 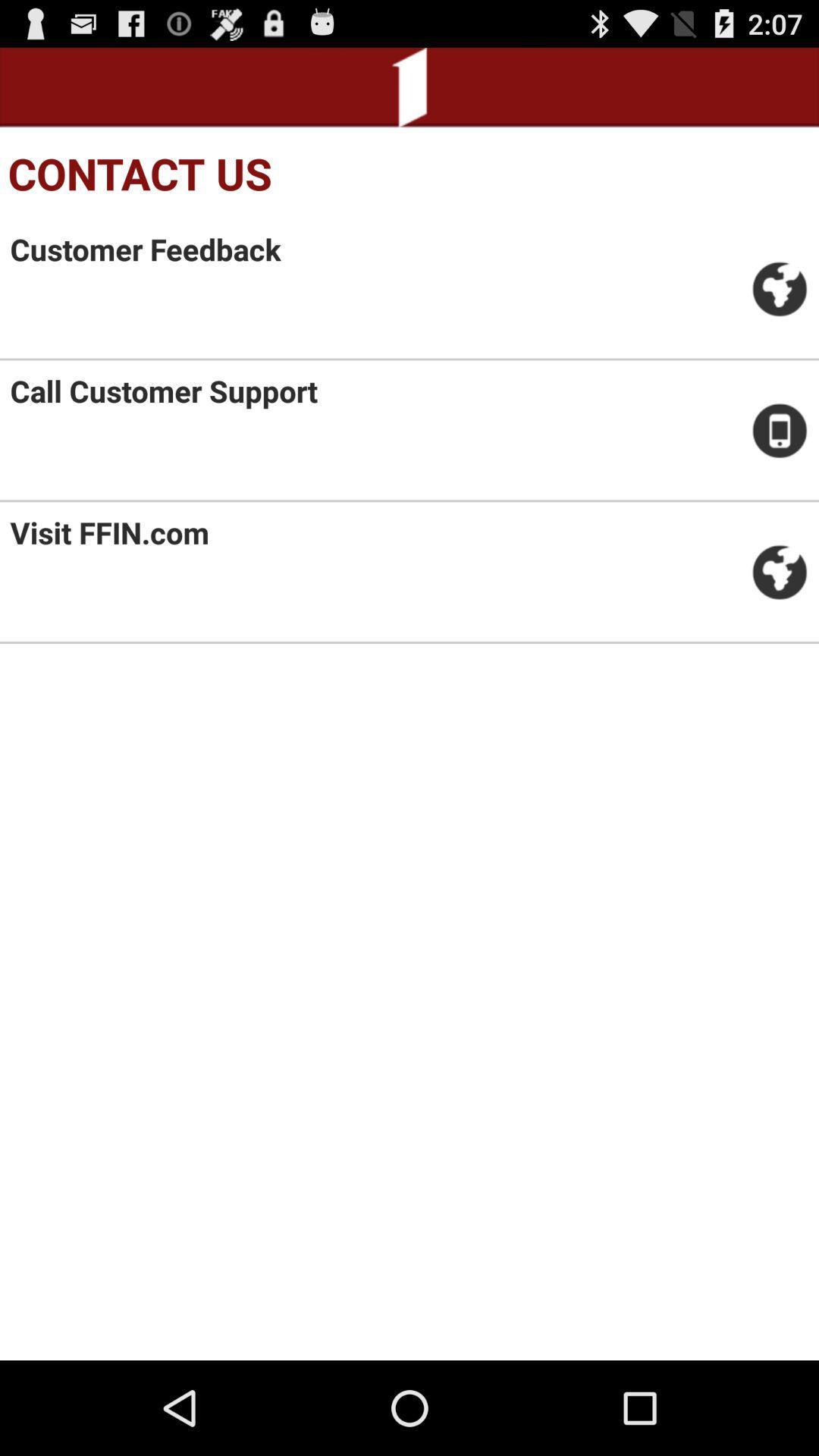 I want to click on visit ffin.com on the left, so click(x=108, y=532).